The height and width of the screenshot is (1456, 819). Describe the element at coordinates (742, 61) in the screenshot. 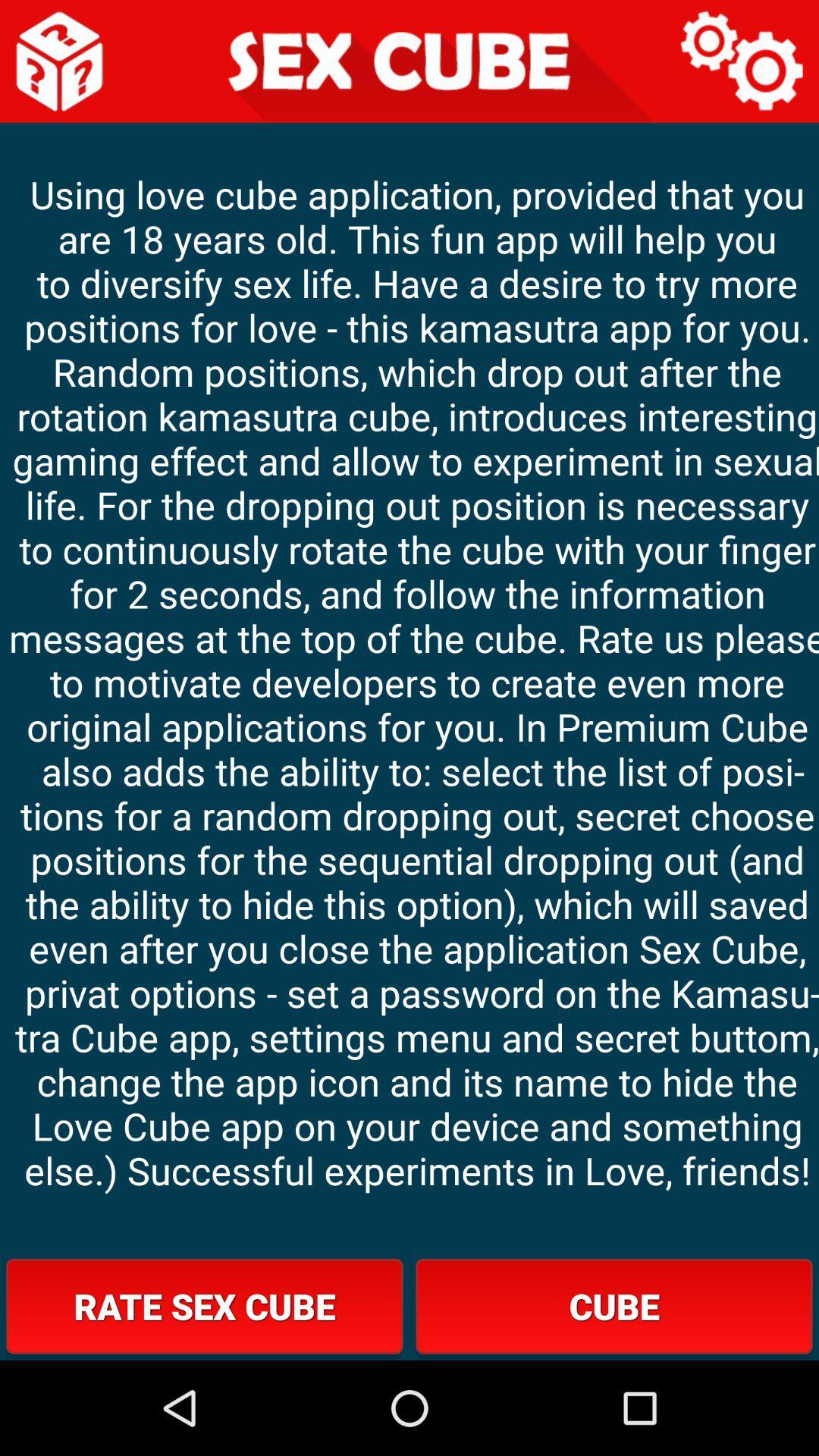

I see `settings option` at that location.